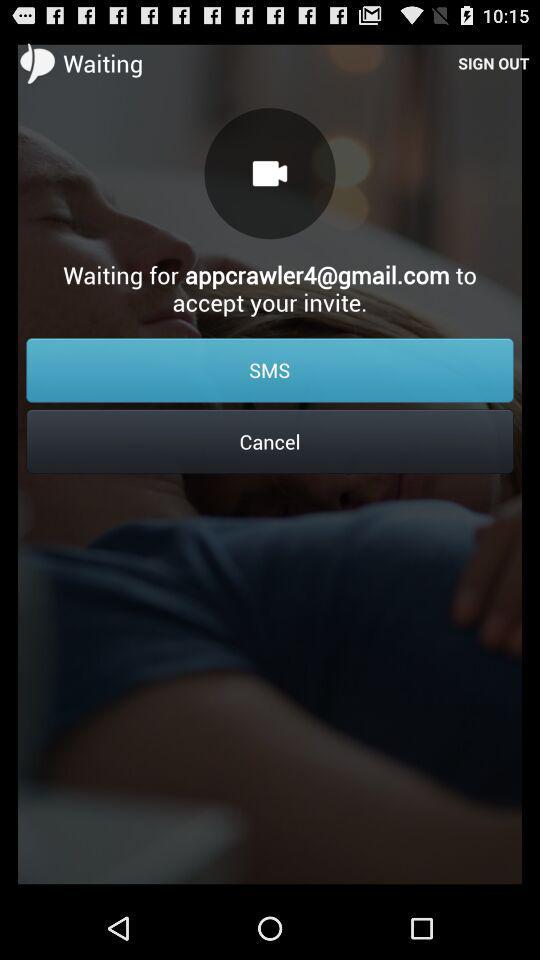  What do you see at coordinates (492, 62) in the screenshot?
I see `sign out item` at bounding box center [492, 62].